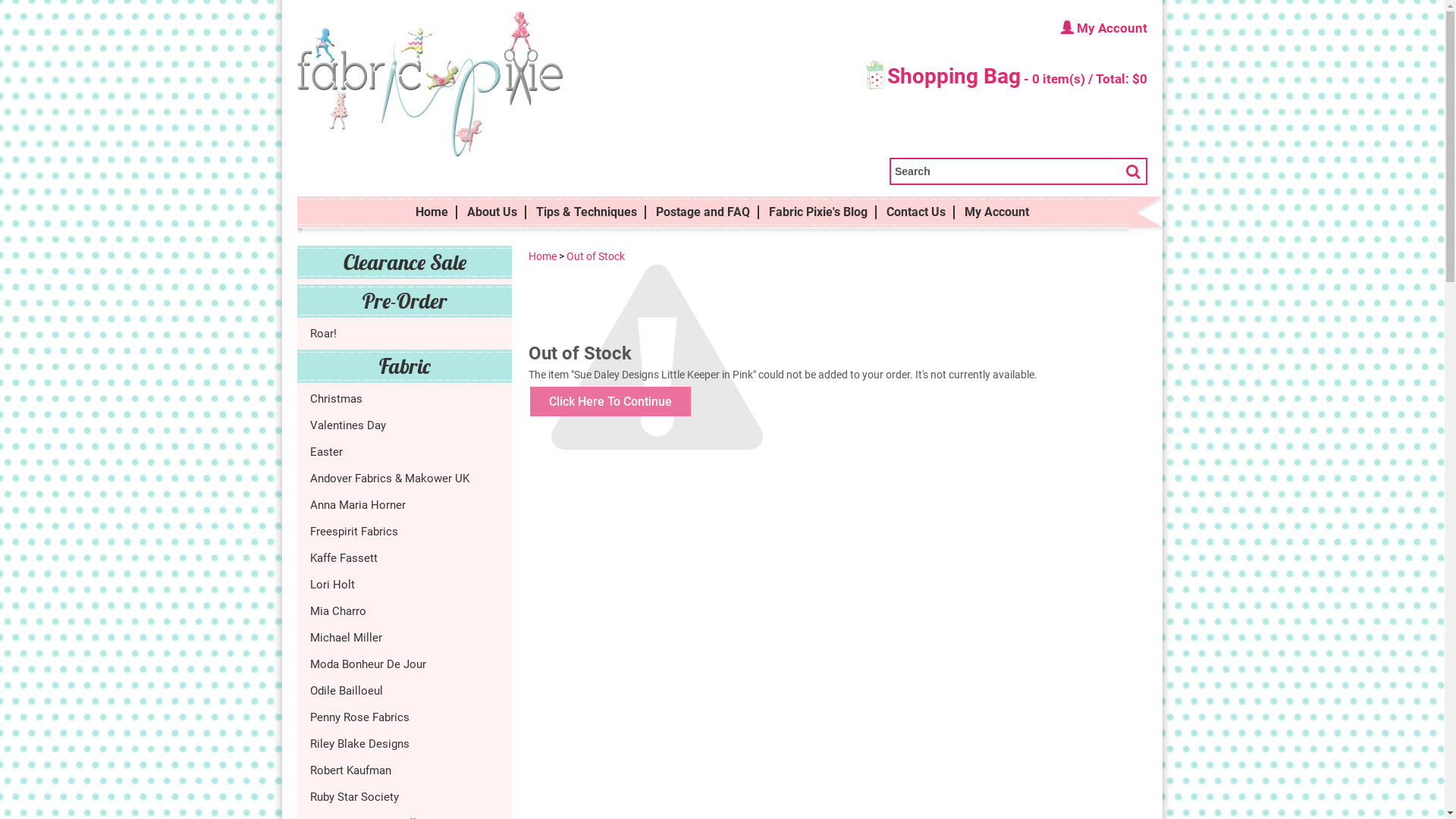 This screenshot has width=1456, height=819. I want to click on 'Valentines Day', so click(309, 424).